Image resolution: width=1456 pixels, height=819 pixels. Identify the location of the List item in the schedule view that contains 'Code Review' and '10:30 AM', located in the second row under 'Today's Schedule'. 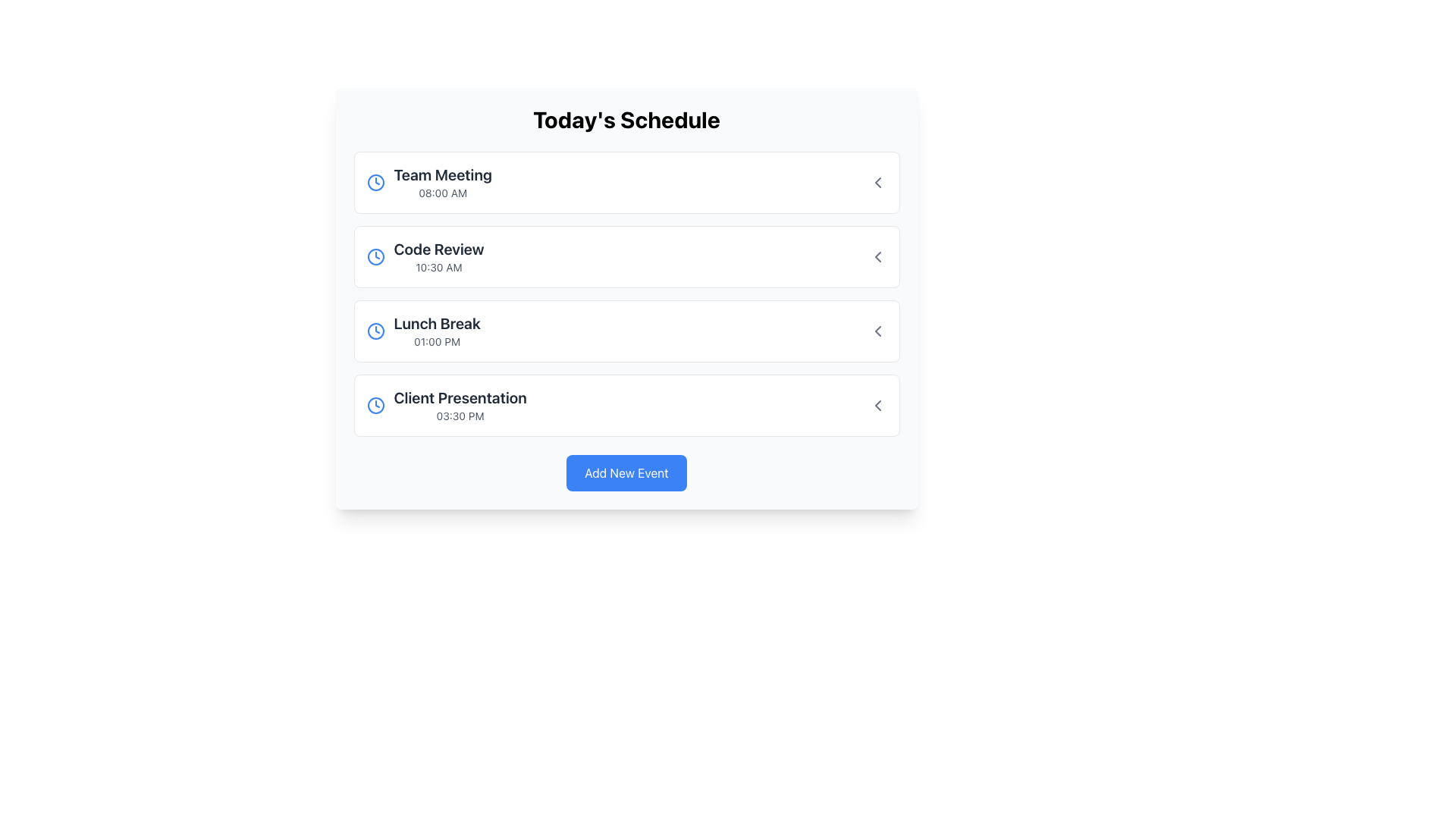
(425, 256).